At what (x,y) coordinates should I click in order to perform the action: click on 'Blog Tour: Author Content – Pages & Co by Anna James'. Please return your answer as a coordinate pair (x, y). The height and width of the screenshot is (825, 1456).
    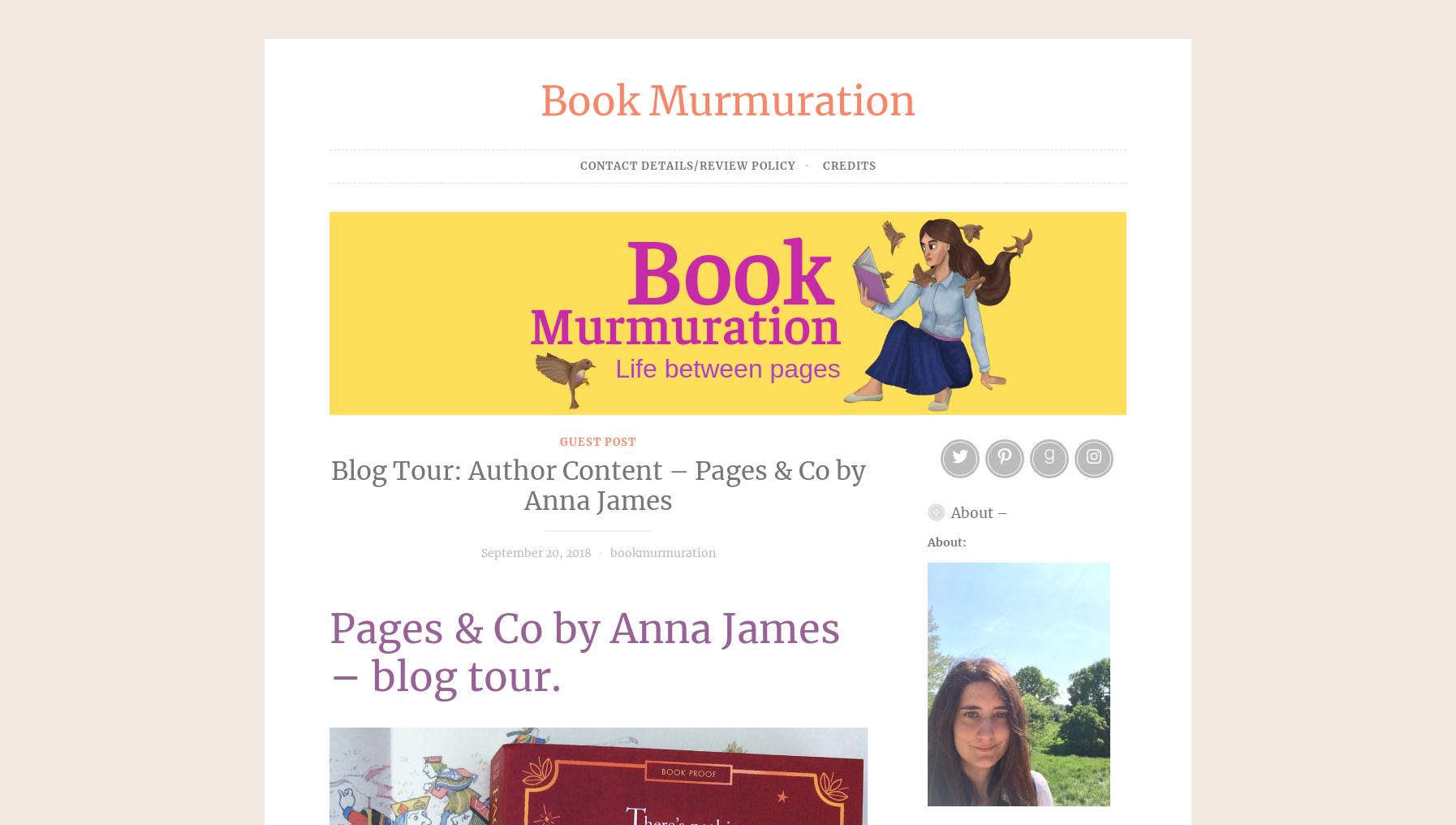
    Looking at the image, I should click on (597, 486).